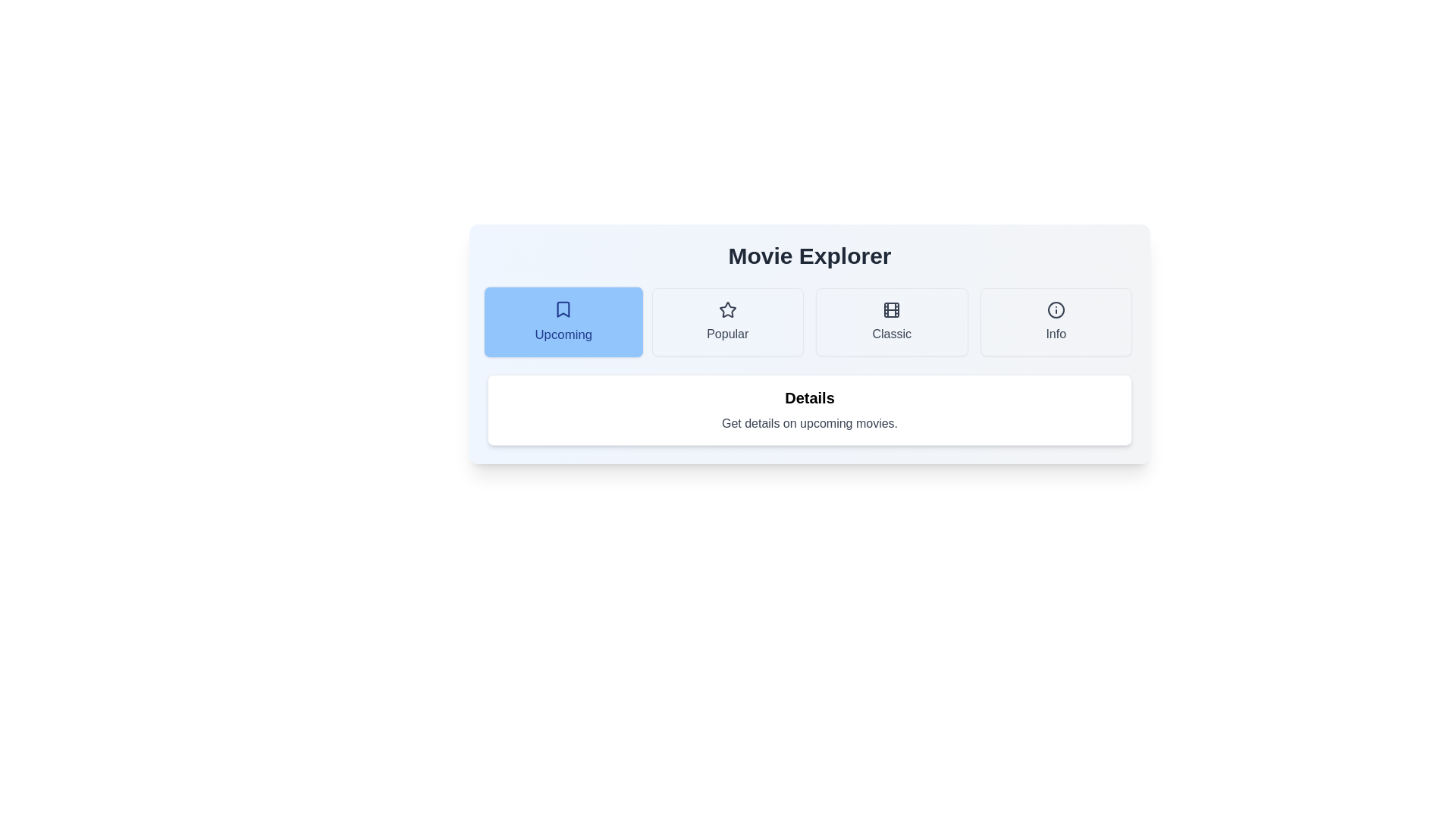 The image size is (1456, 819). What do you see at coordinates (809, 424) in the screenshot?
I see `the static text element that reads 'Get details on upcoming movies.' which is styled in gray and positioned below the 'Details' heading` at bounding box center [809, 424].